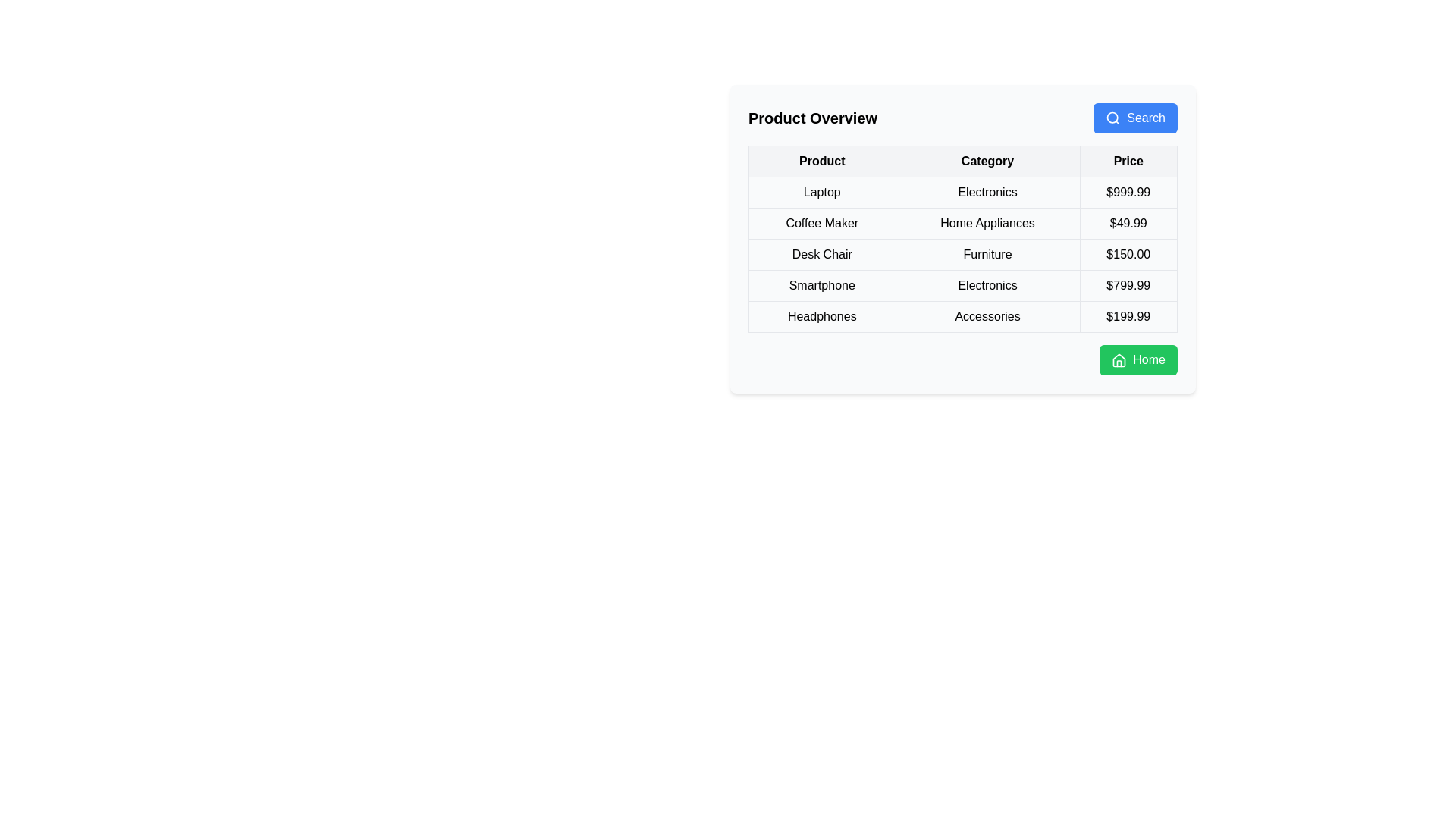 This screenshot has height=819, width=1456. What do you see at coordinates (1128, 192) in the screenshot?
I see `the price label displaying '$999.99', which is located on the rightmost side of the table row under the 'Price' column` at bounding box center [1128, 192].